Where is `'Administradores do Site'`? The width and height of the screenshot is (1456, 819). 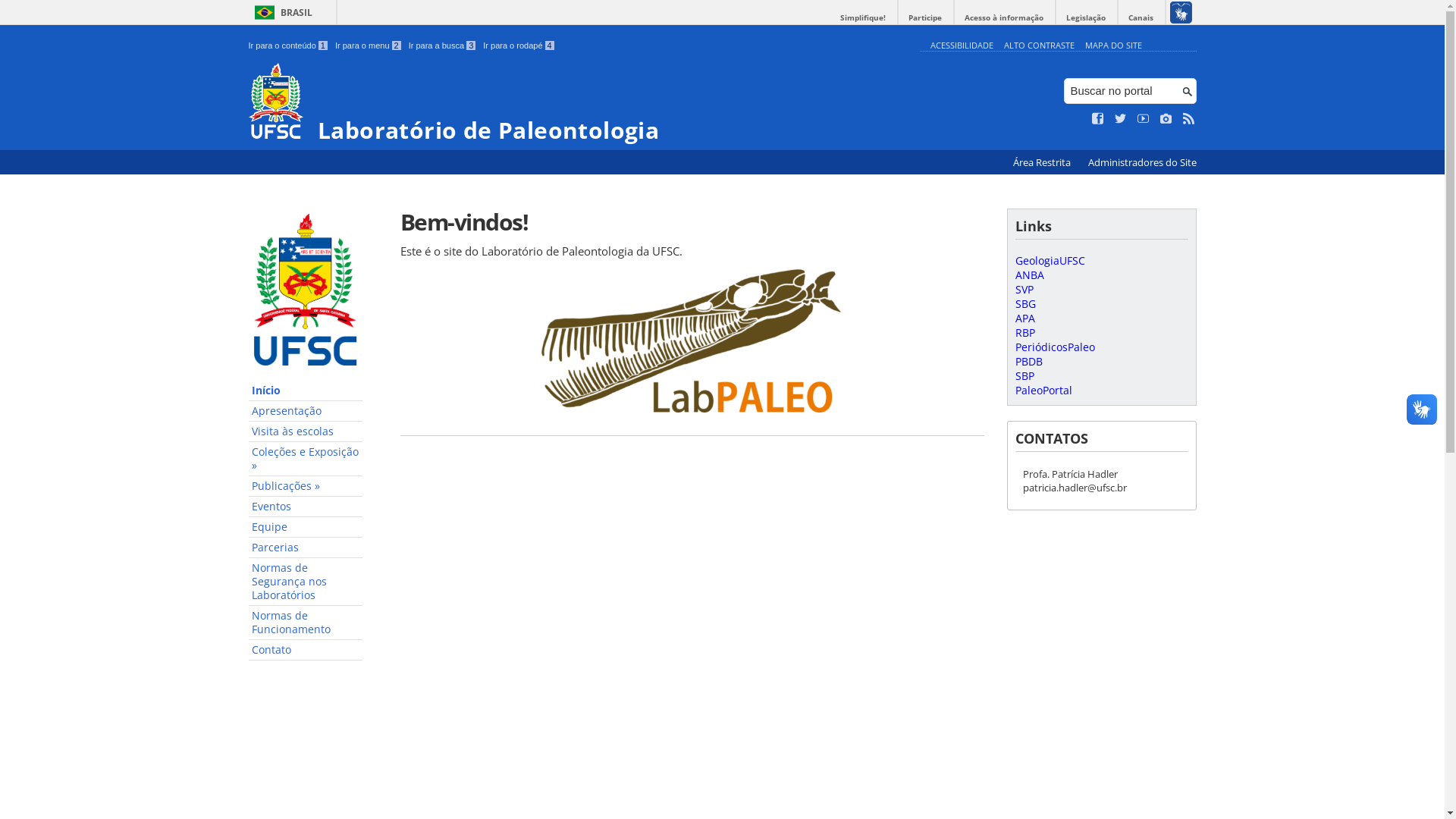 'Administradores do Site' is located at coordinates (1141, 162).